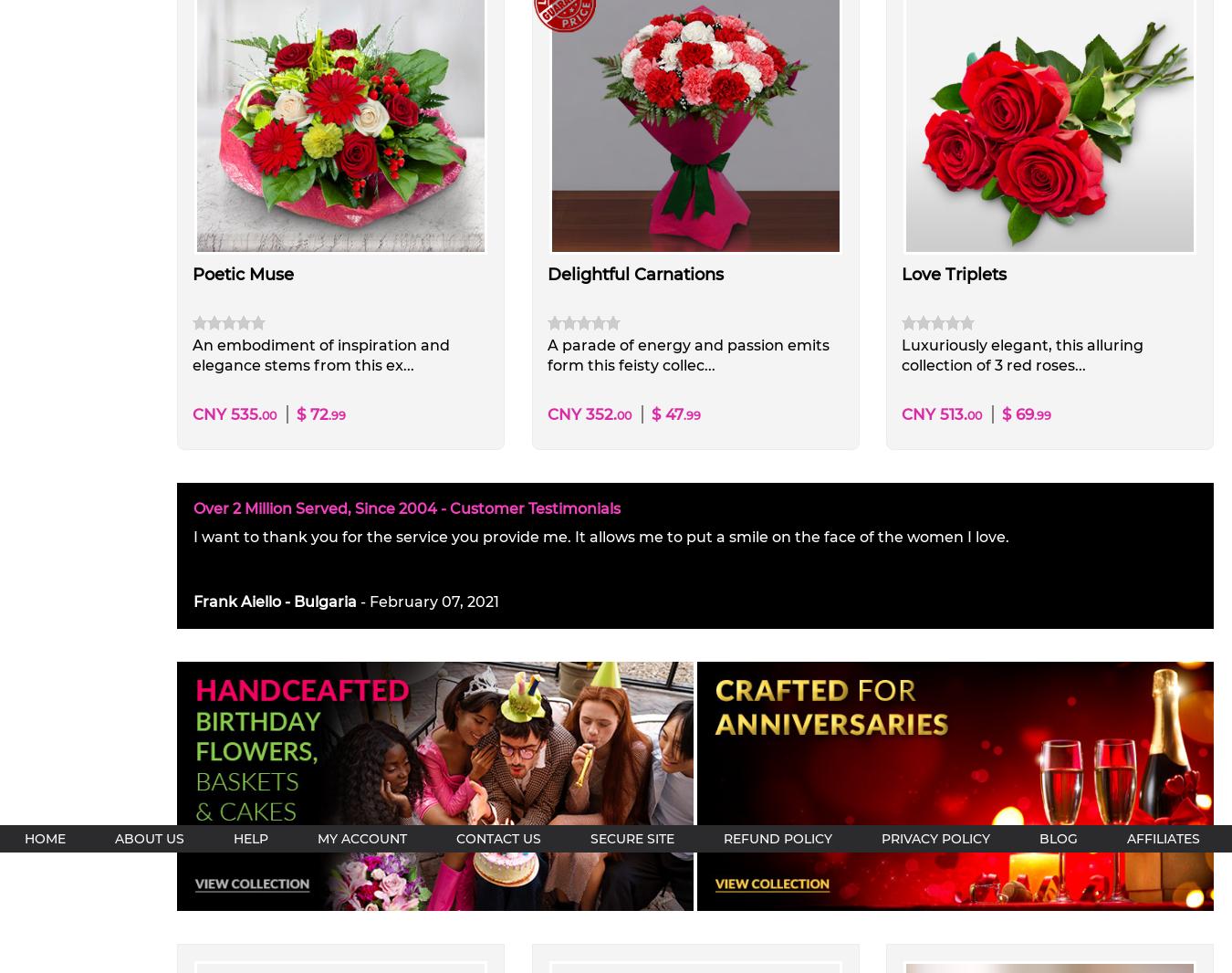 The image size is (1232, 973). Describe the element at coordinates (225, 413) in the screenshot. I see `'CNY 535.'` at that location.